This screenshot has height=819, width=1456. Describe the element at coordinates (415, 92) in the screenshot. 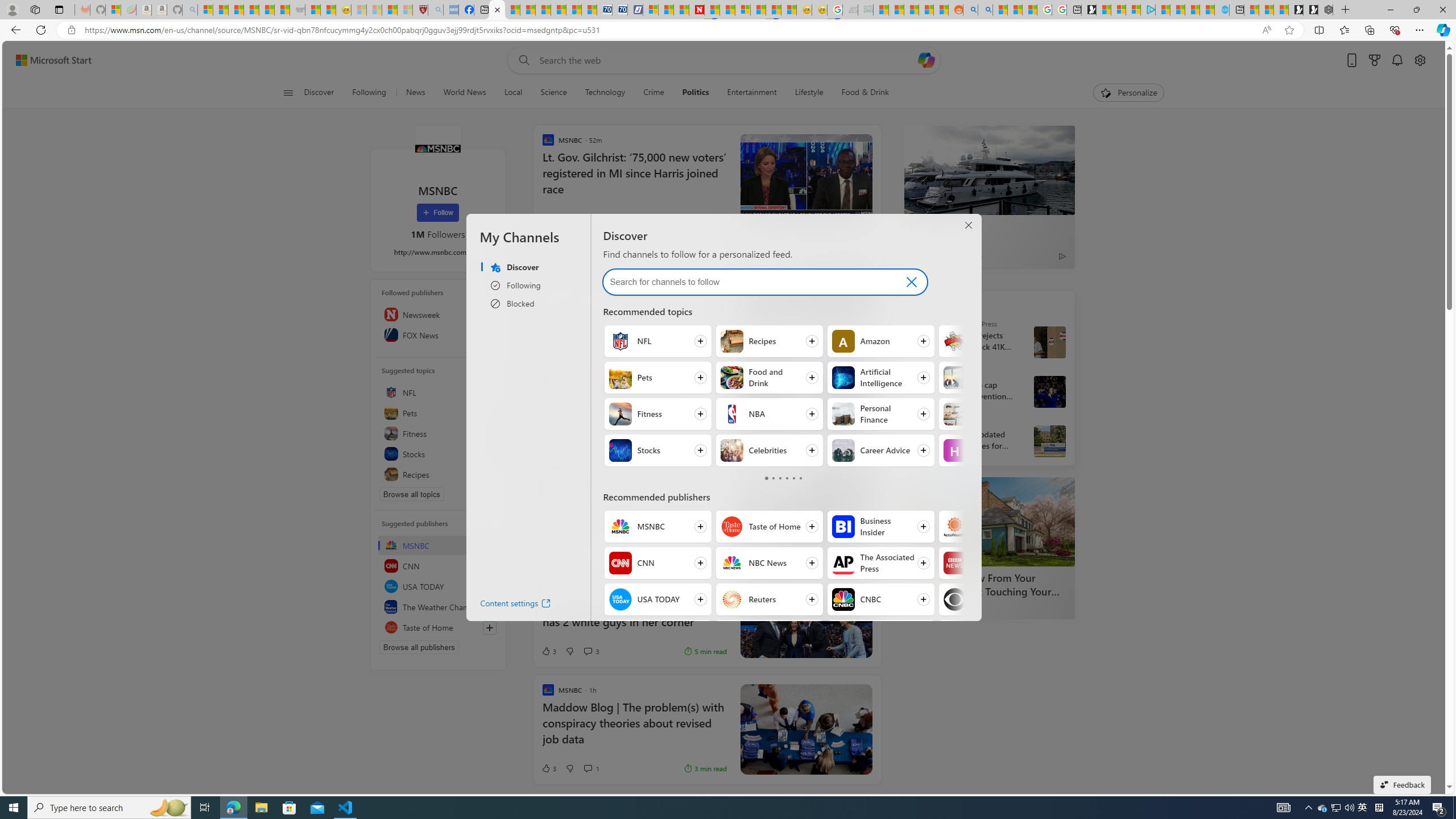

I see `'News'` at that location.